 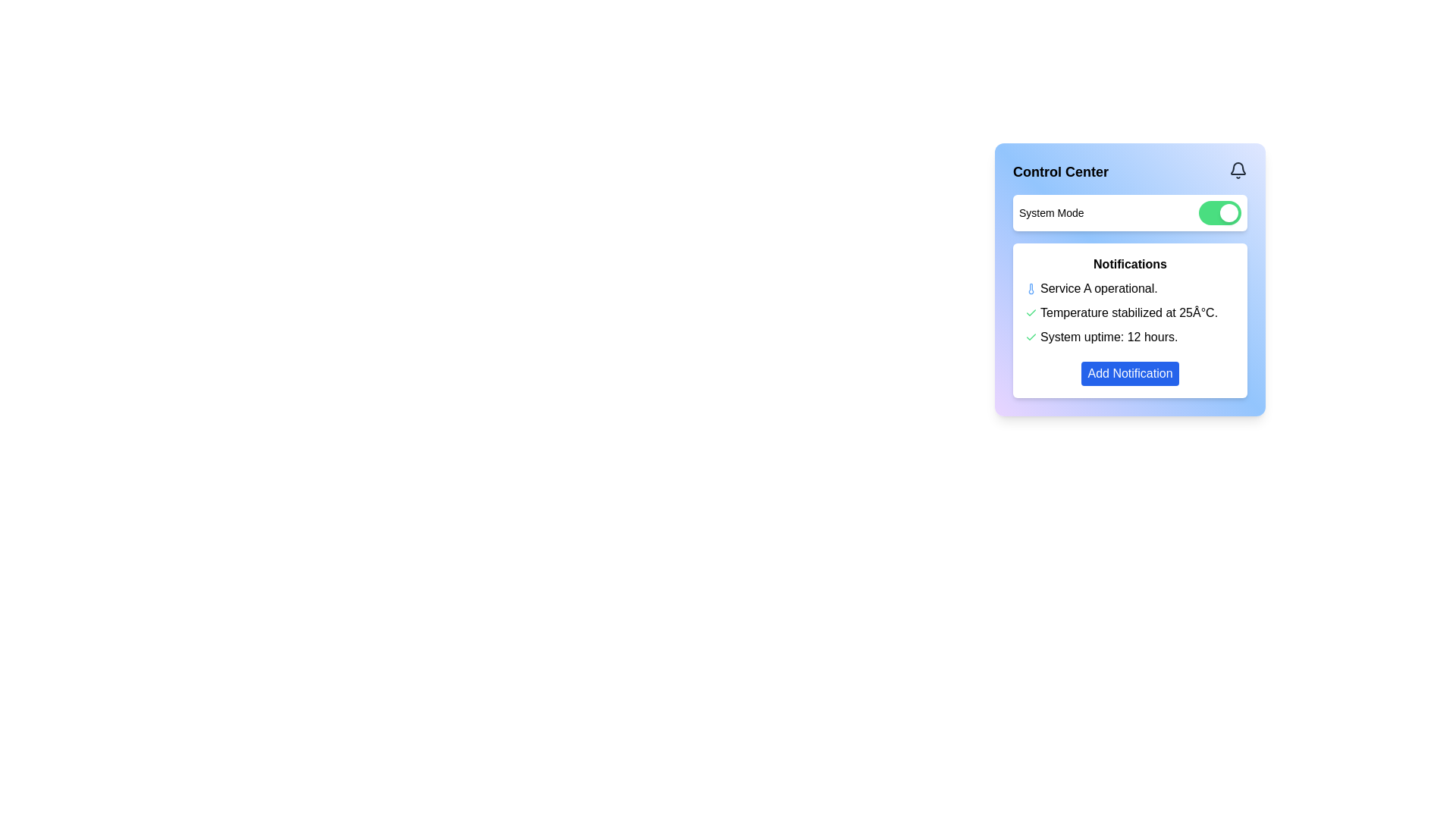 What do you see at coordinates (1130, 312) in the screenshot?
I see `the static informational text block displaying the operational state, temperature, and system uptime located in the notifications section of the interface, positioned below the 'Notifications' header and above the 'Add Notification' button` at bounding box center [1130, 312].